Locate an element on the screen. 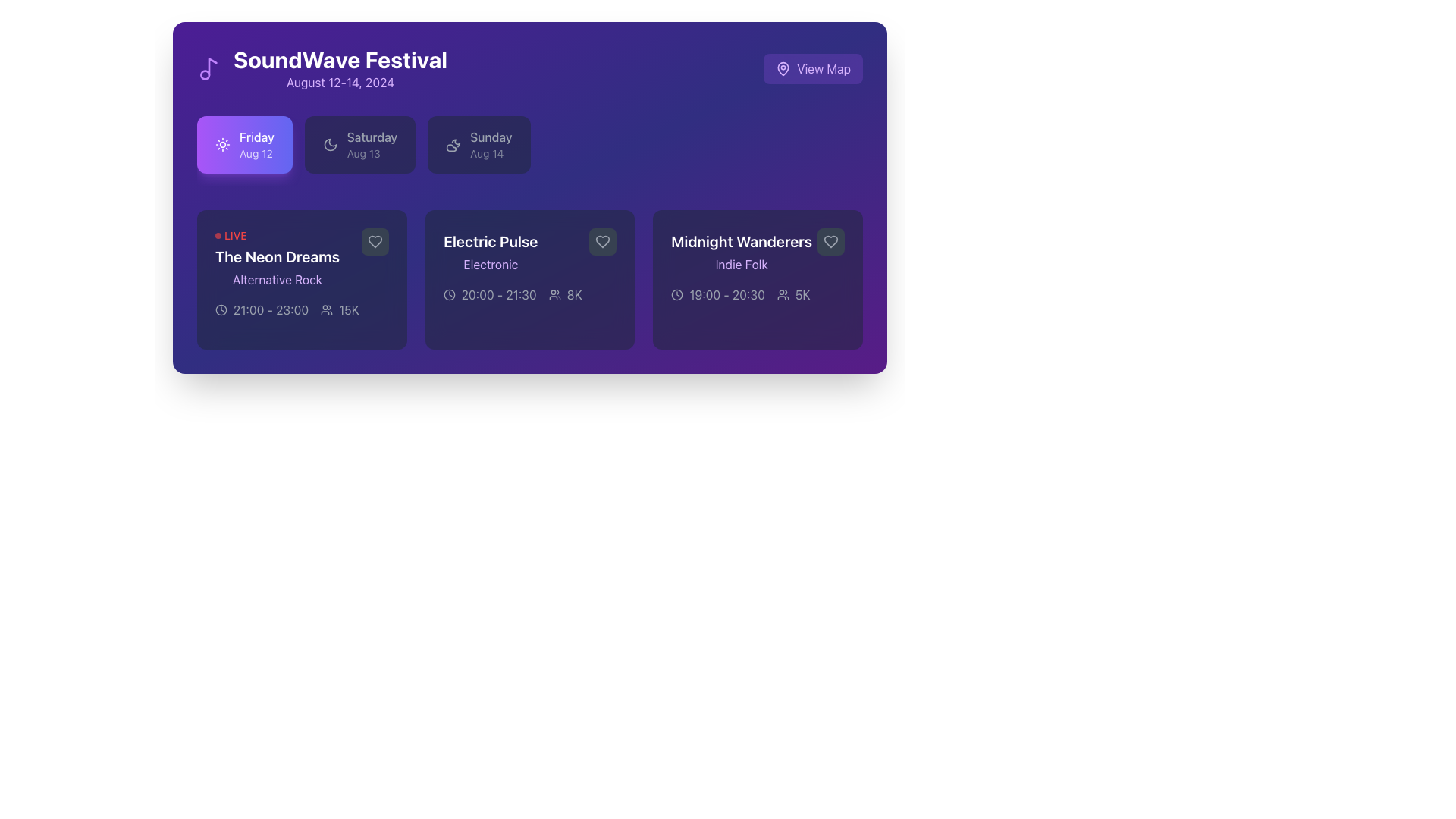 This screenshot has height=819, width=1456. the decorative musical theme icon located at the top-left corner of the header section, to the left of the 'SoundWave Festival' text and its date range is located at coordinates (208, 69).